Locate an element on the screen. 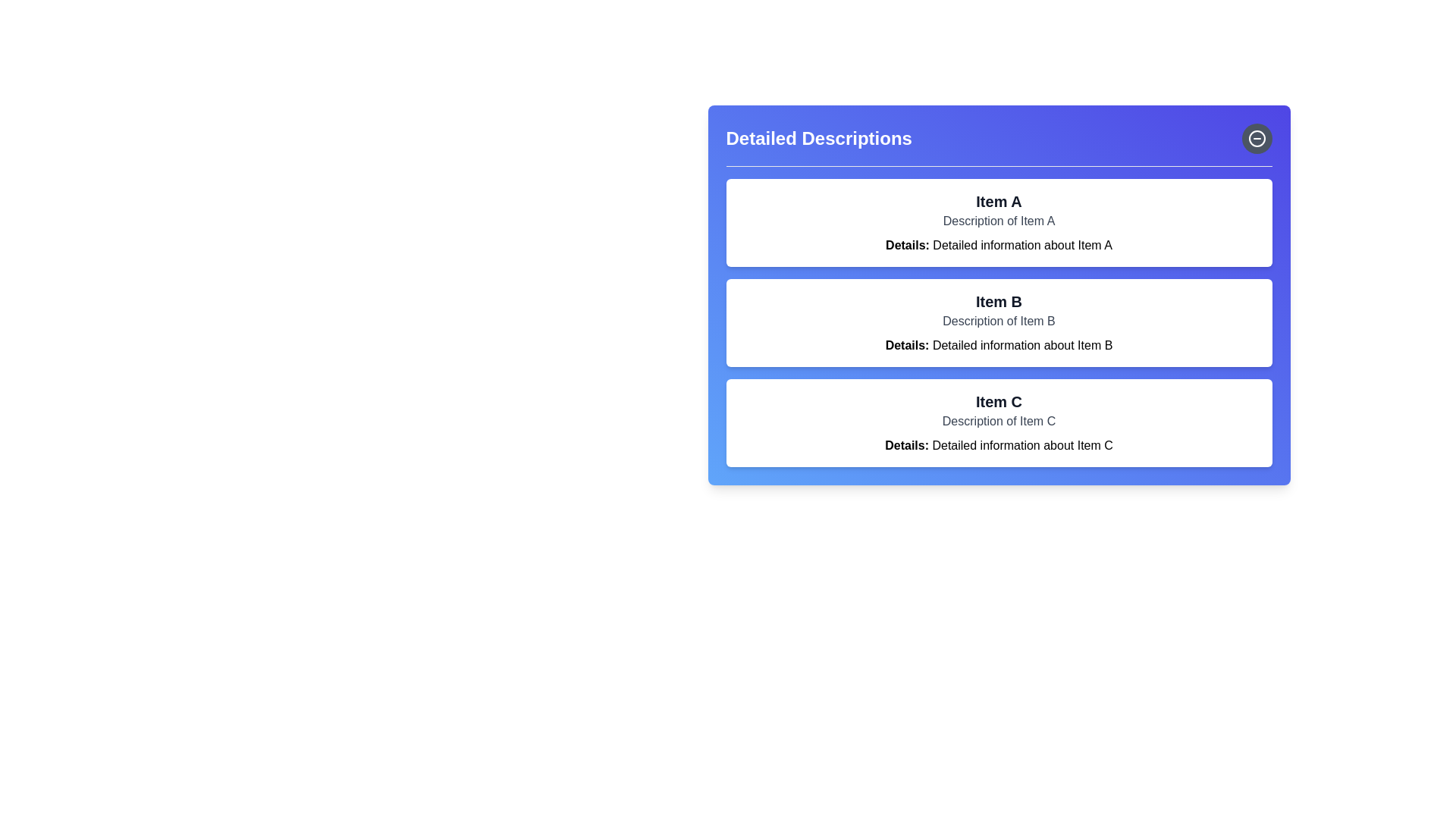 The image size is (1456, 819). the Text Label that summarizes the content of 'Item C', located centrally below the 'Item C' title and above the 'Details: Detailed information about Item C' section is located at coordinates (999, 421).